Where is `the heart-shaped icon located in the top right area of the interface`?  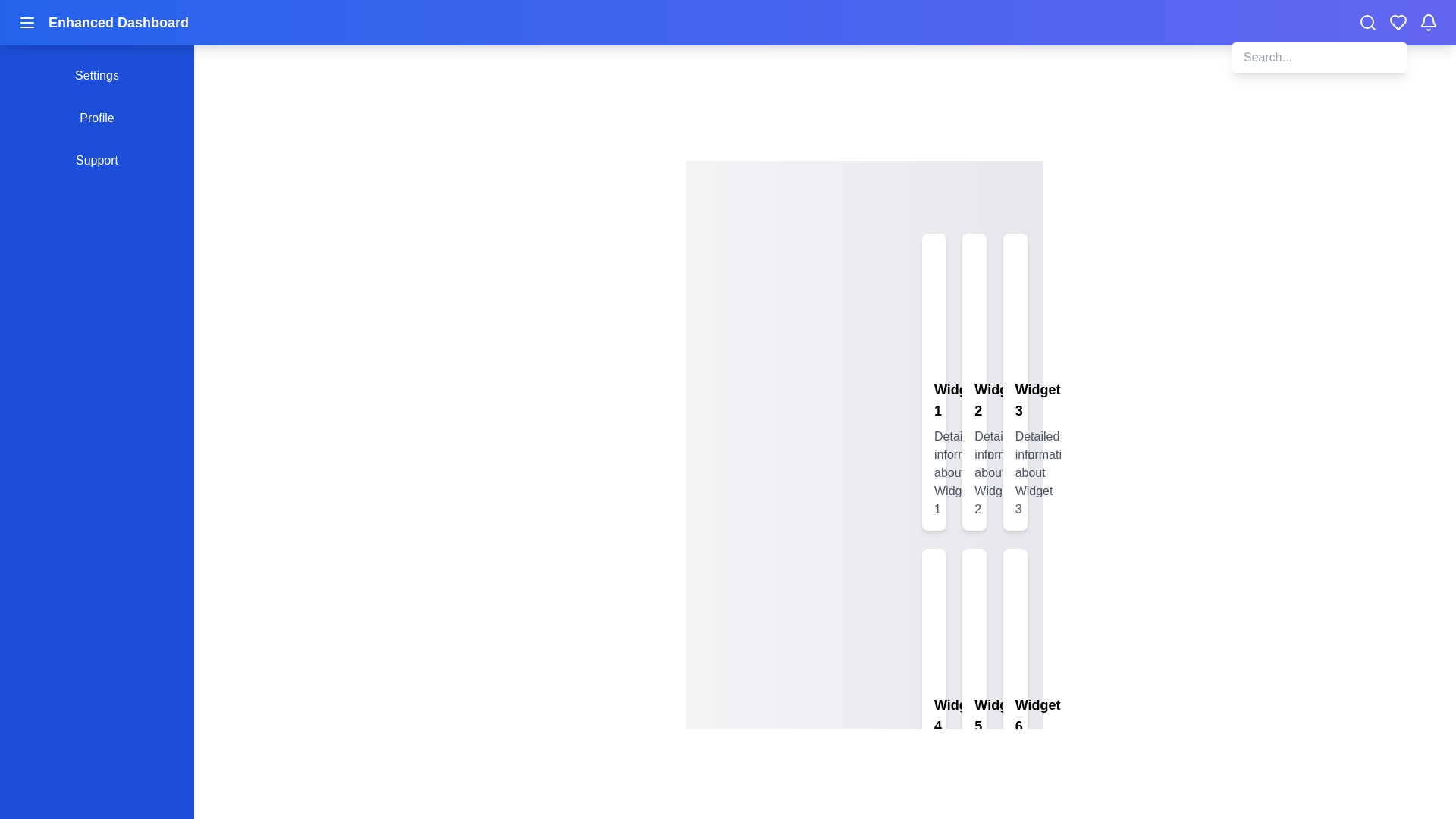 the heart-shaped icon located in the top right area of the interface is located at coordinates (1397, 23).